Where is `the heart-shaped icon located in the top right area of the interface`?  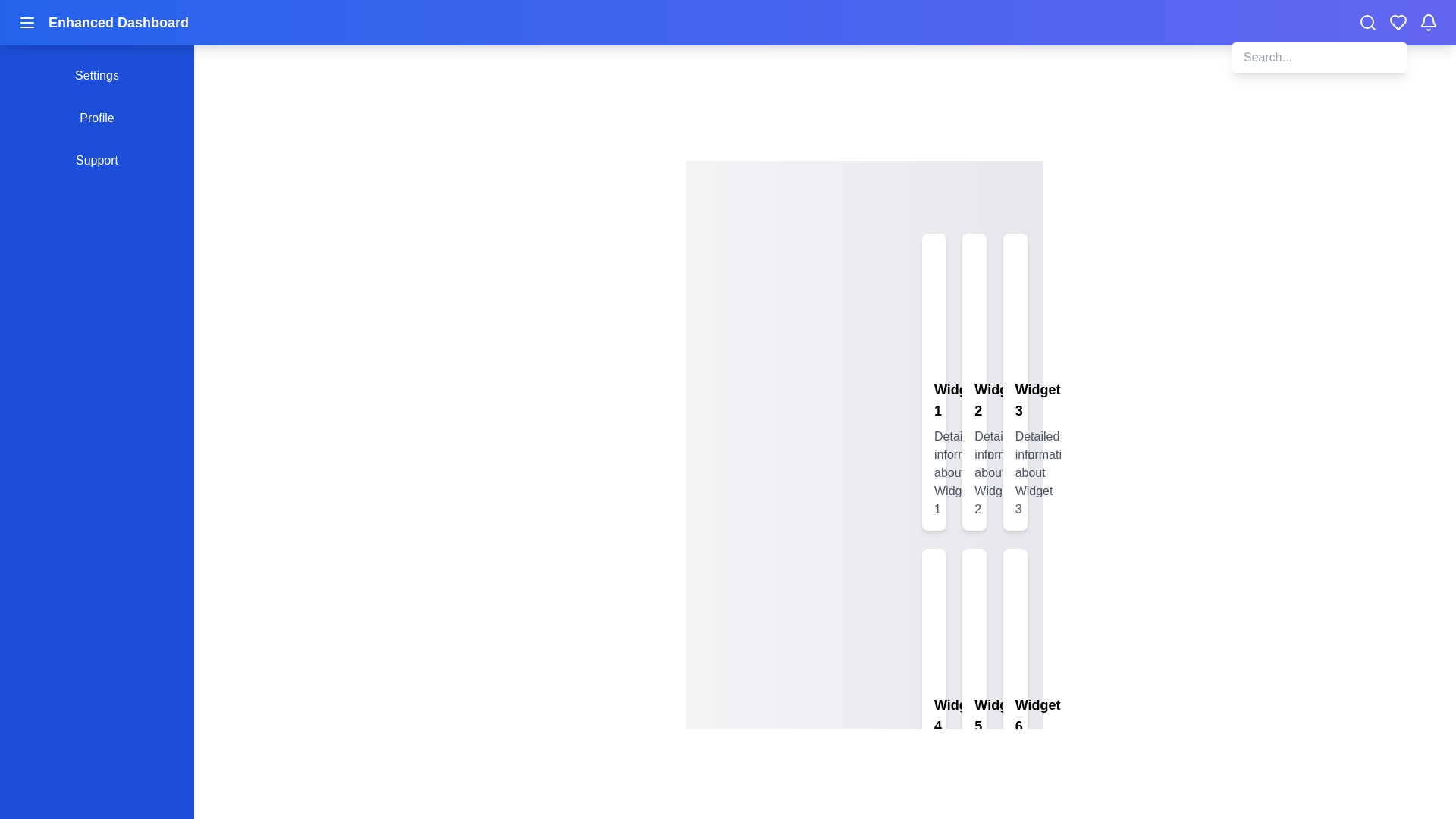 the heart-shaped icon located in the top right area of the interface is located at coordinates (1397, 23).